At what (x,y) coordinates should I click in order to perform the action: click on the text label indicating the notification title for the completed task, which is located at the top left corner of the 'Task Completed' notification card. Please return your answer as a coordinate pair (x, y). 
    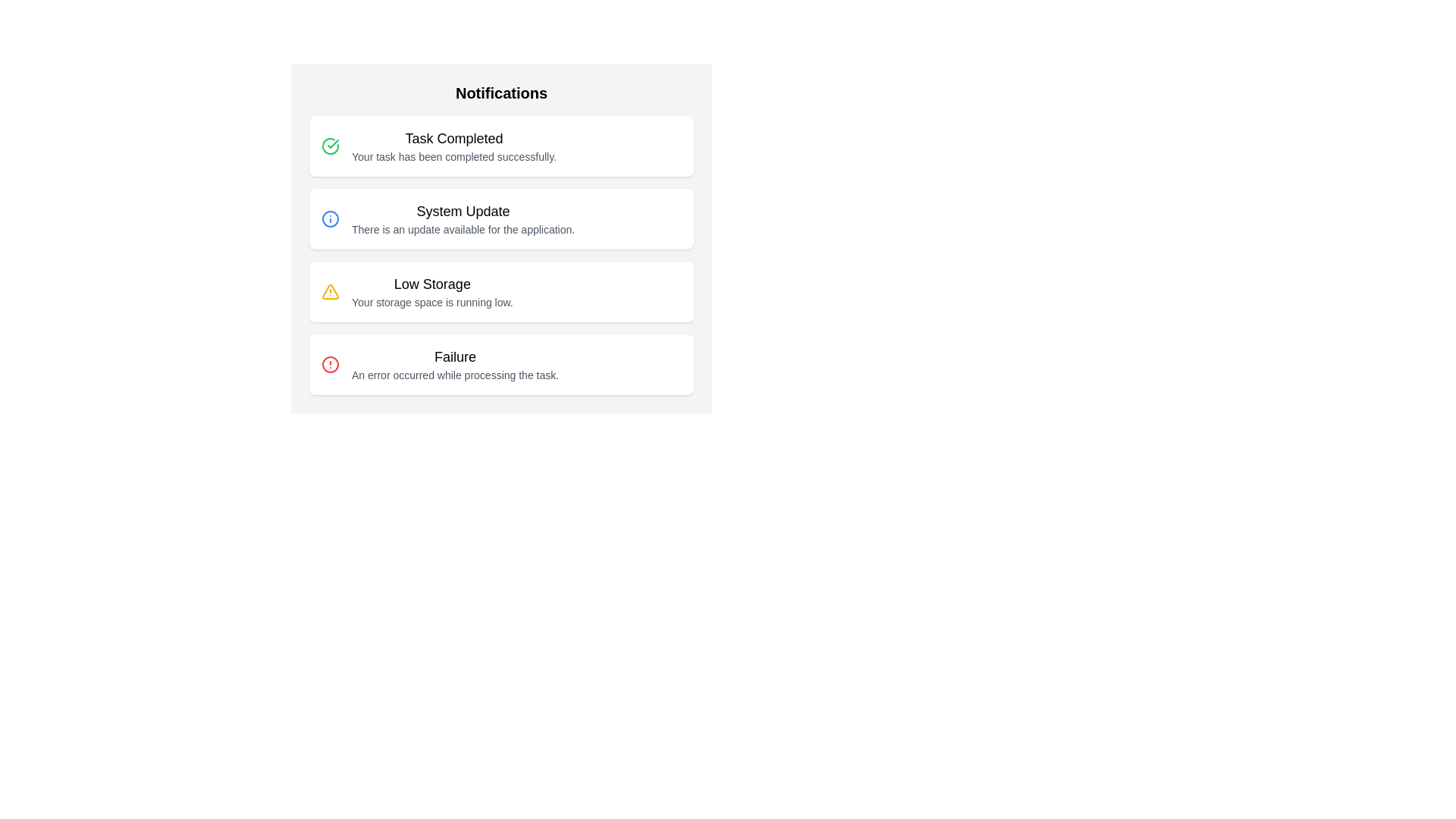
    Looking at the image, I should click on (453, 138).